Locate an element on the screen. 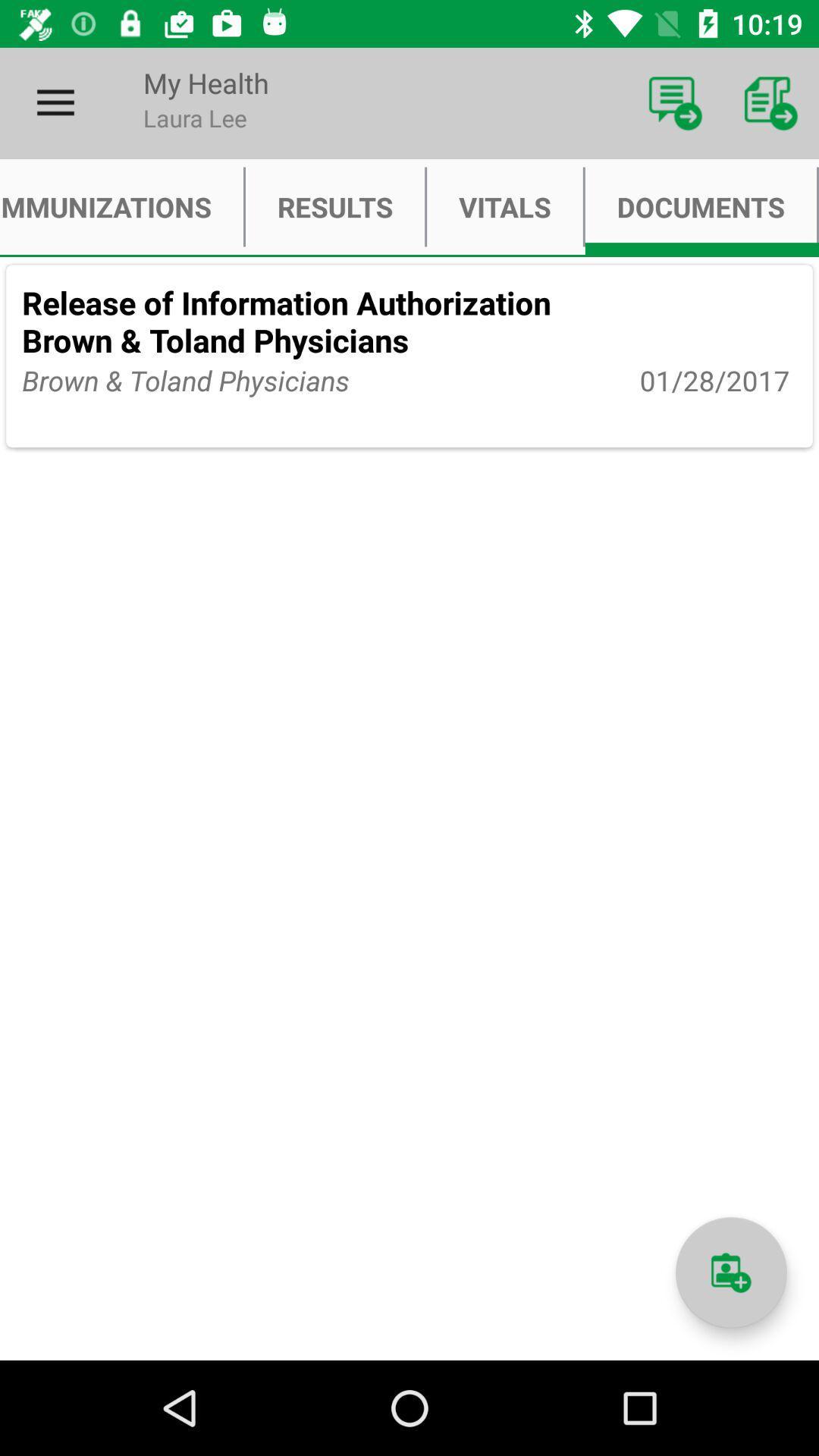 The width and height of the screenshot is (819, 1456). icon above the documents is located at coordinates (771, 102).